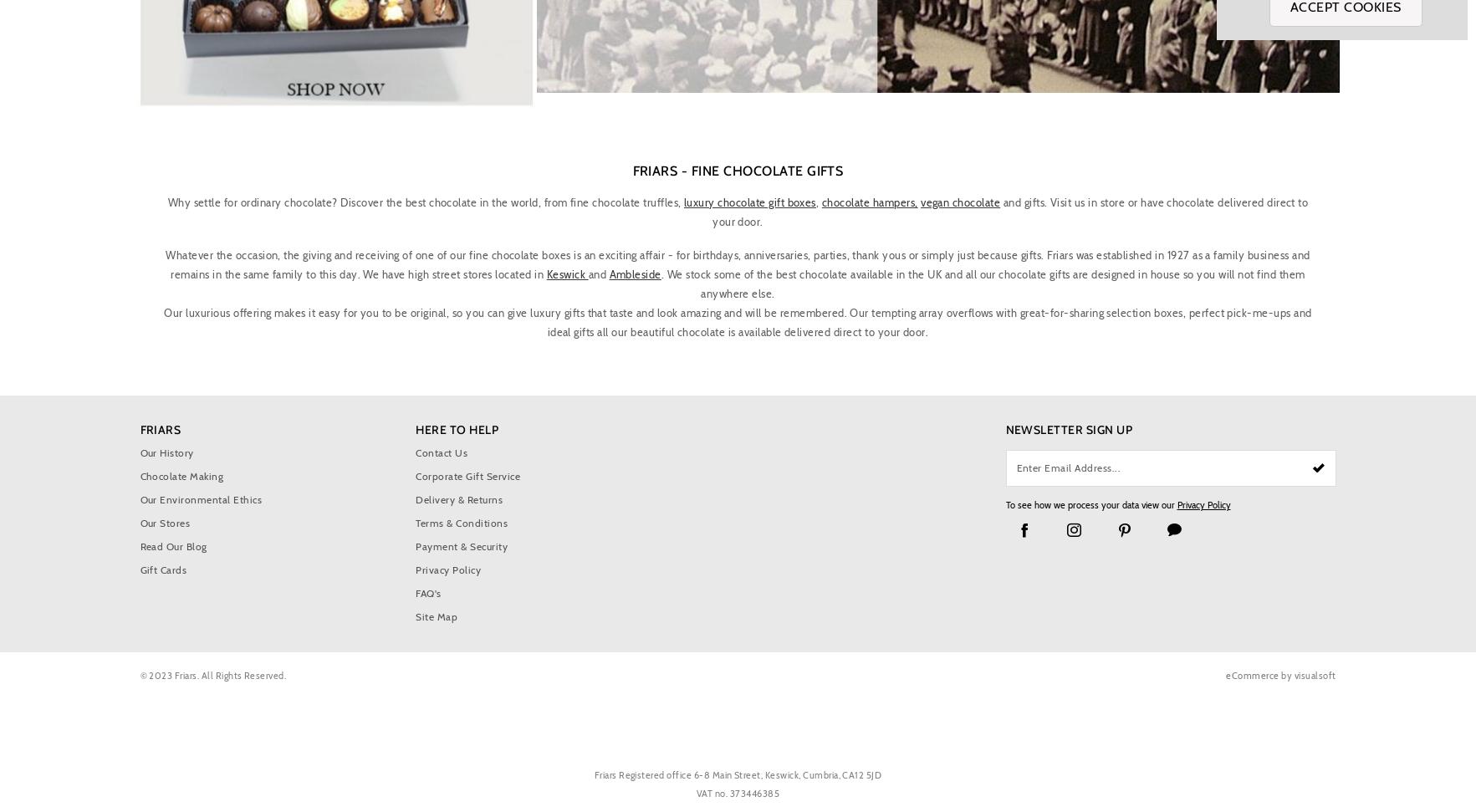 The width and height of the screenshot is (1476, 812). What do you see at coordinates (460, 522) in the screenshot?
I see `'Terms & Conditions'` at bounding box center [460, 522].